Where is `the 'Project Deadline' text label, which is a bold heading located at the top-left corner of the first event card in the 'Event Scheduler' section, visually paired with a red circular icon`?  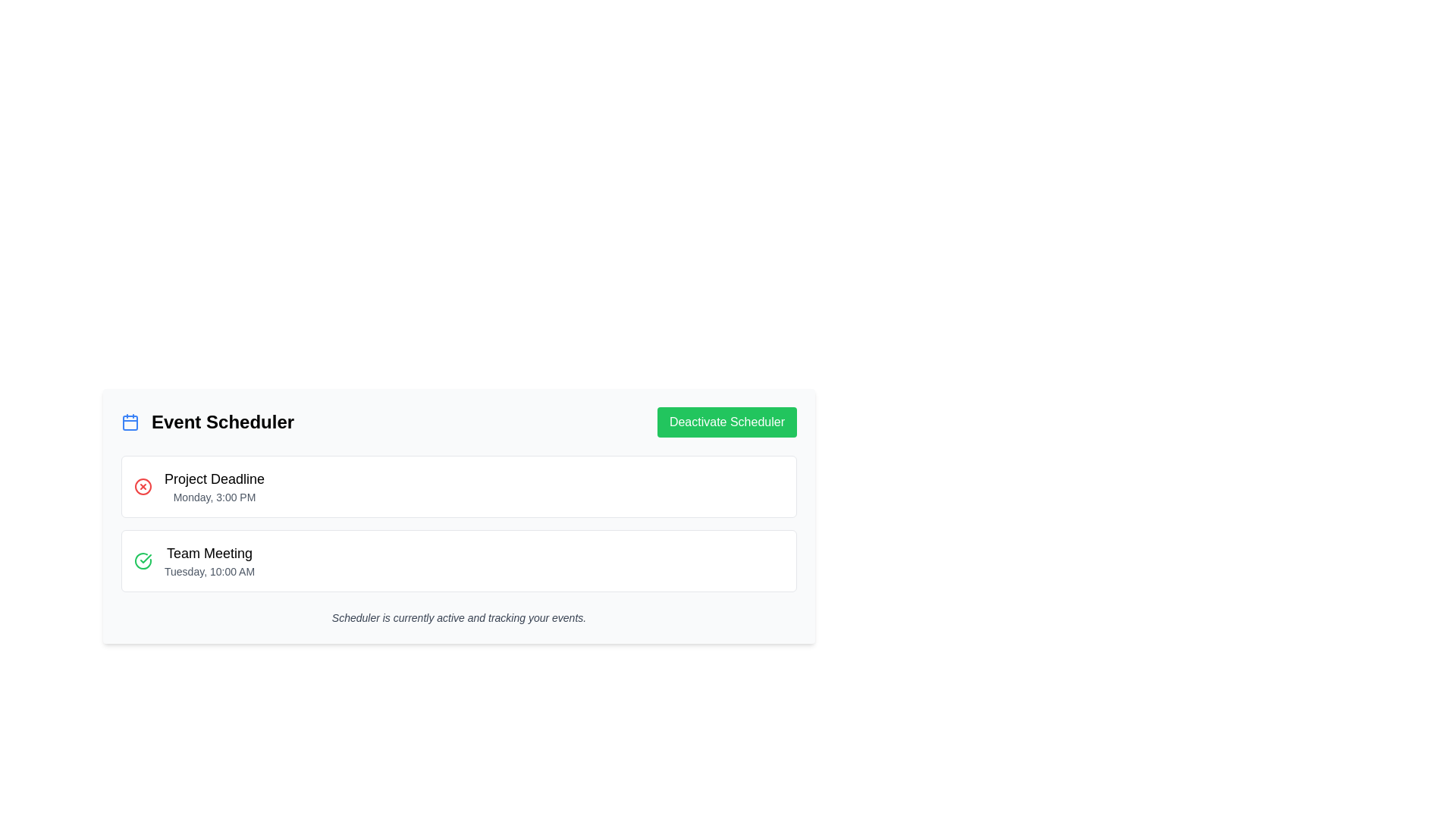 the 'Project Deadline' text label, which is a bold heading located at the top-left corner of the first event card in the 'Event Scheduler' section, visually paired with a red circular icon is located at coordinates (214, 479).